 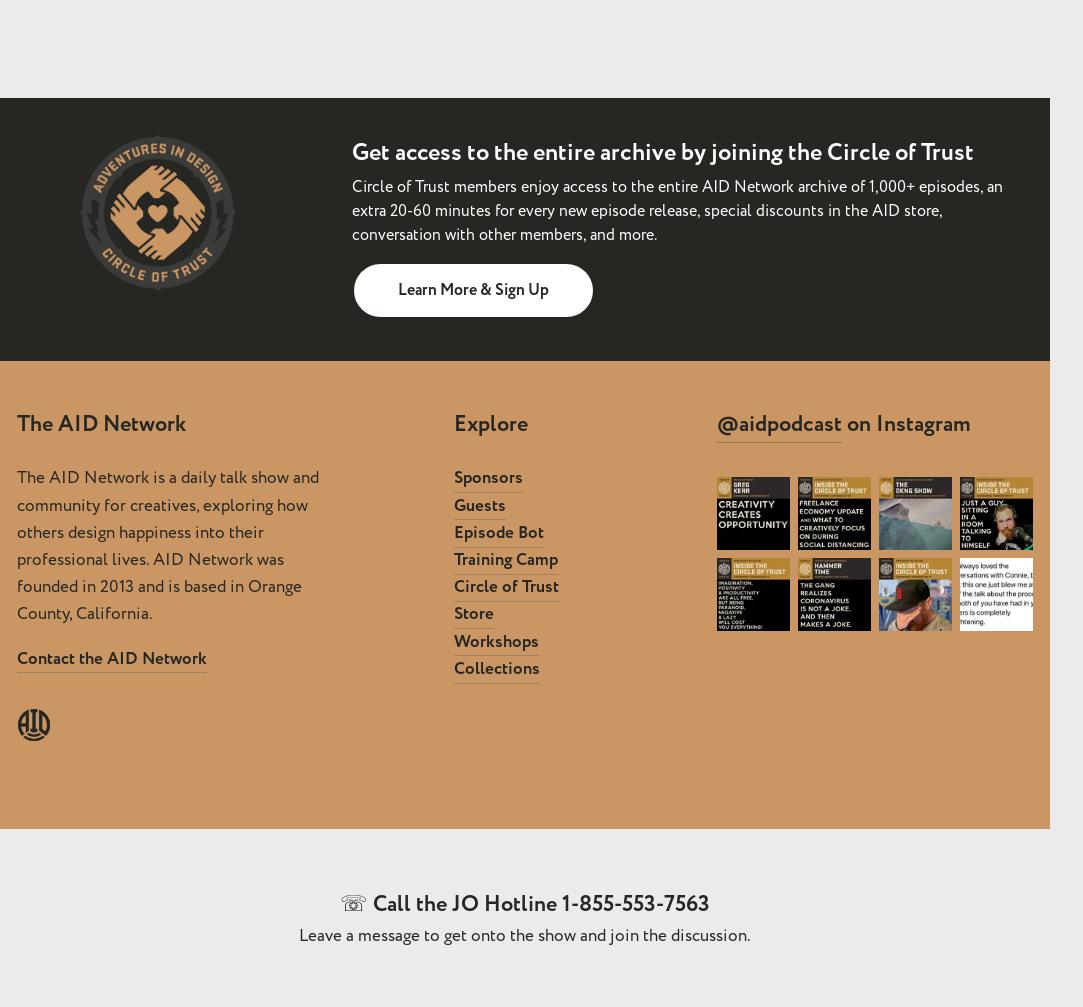 What do you see at coordinates (506, 586) in the screenshot?
I see `'Circle of Trust'` at bounding box center [506, 586].